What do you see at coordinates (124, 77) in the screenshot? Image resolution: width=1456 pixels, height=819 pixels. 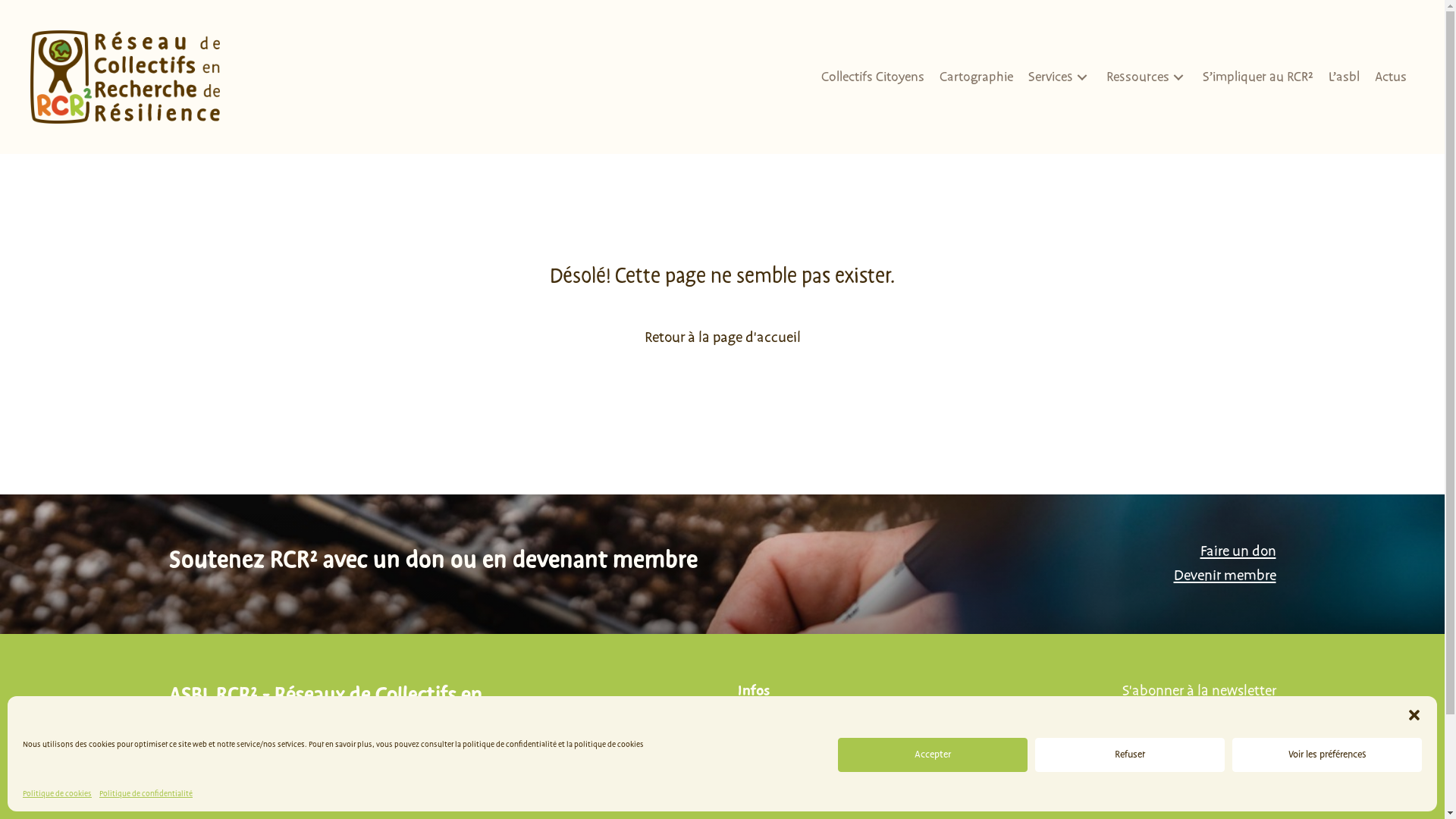 I see `'RCR2 Logo3b'` at bounding box center [124, 77].